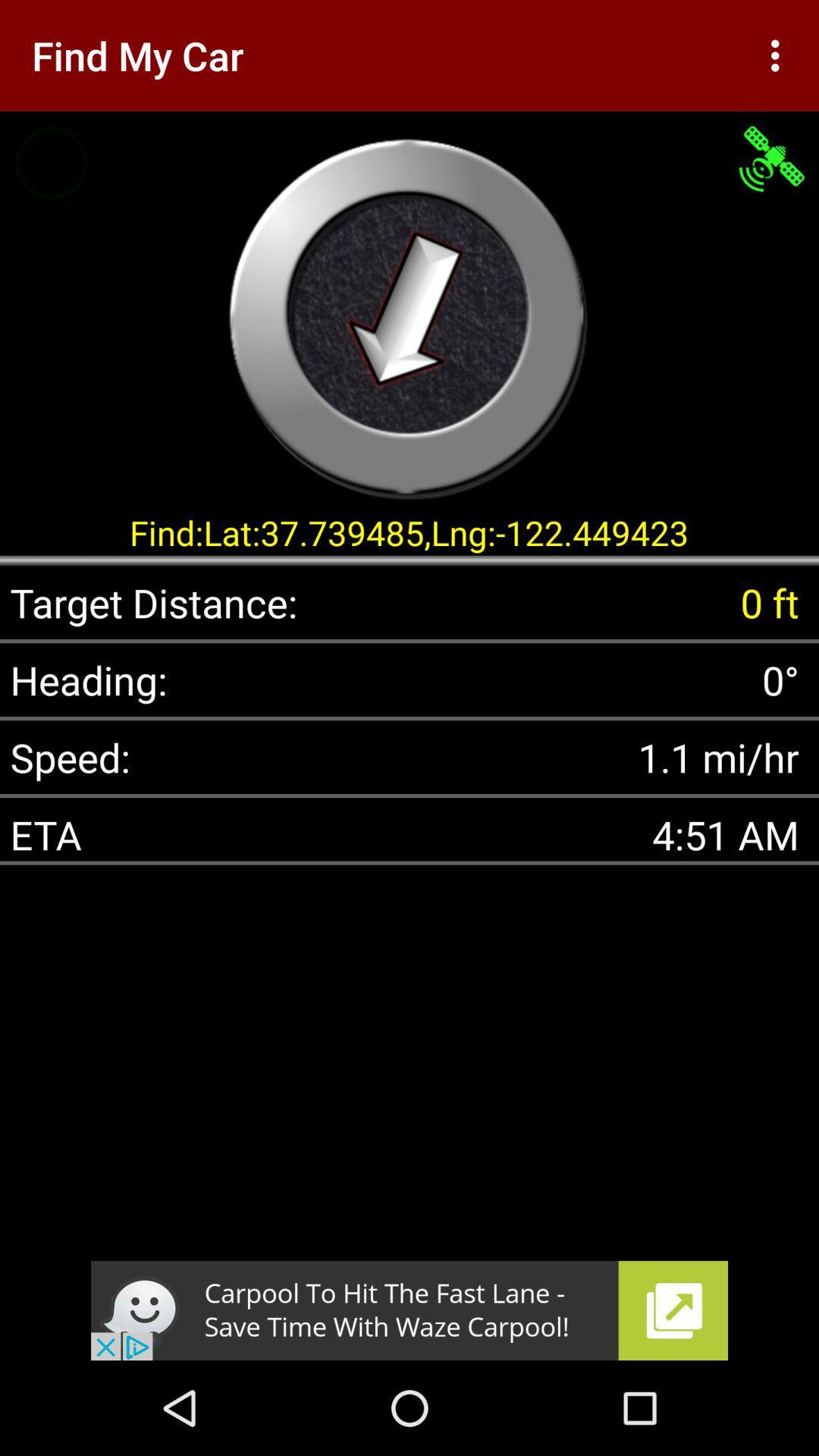 The width and height of the screenshot is (819, 1456). What do you see at coordinates (409, 1310) in the screenshot?
I see `advertisement page` at bounding box center [409, 1310].